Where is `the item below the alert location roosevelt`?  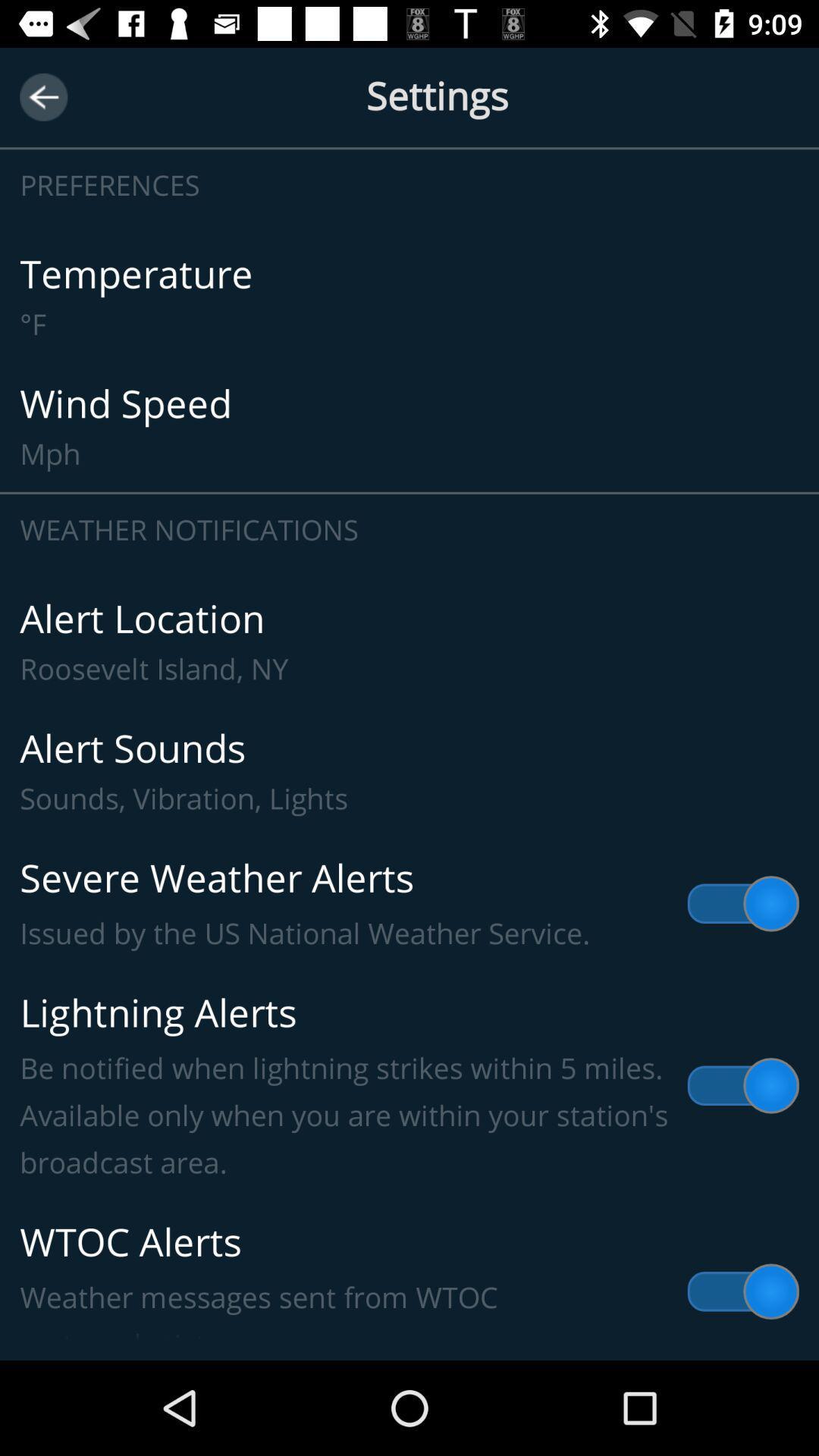 the item below the alert location roosevelt is located at coordinates (409, 771).